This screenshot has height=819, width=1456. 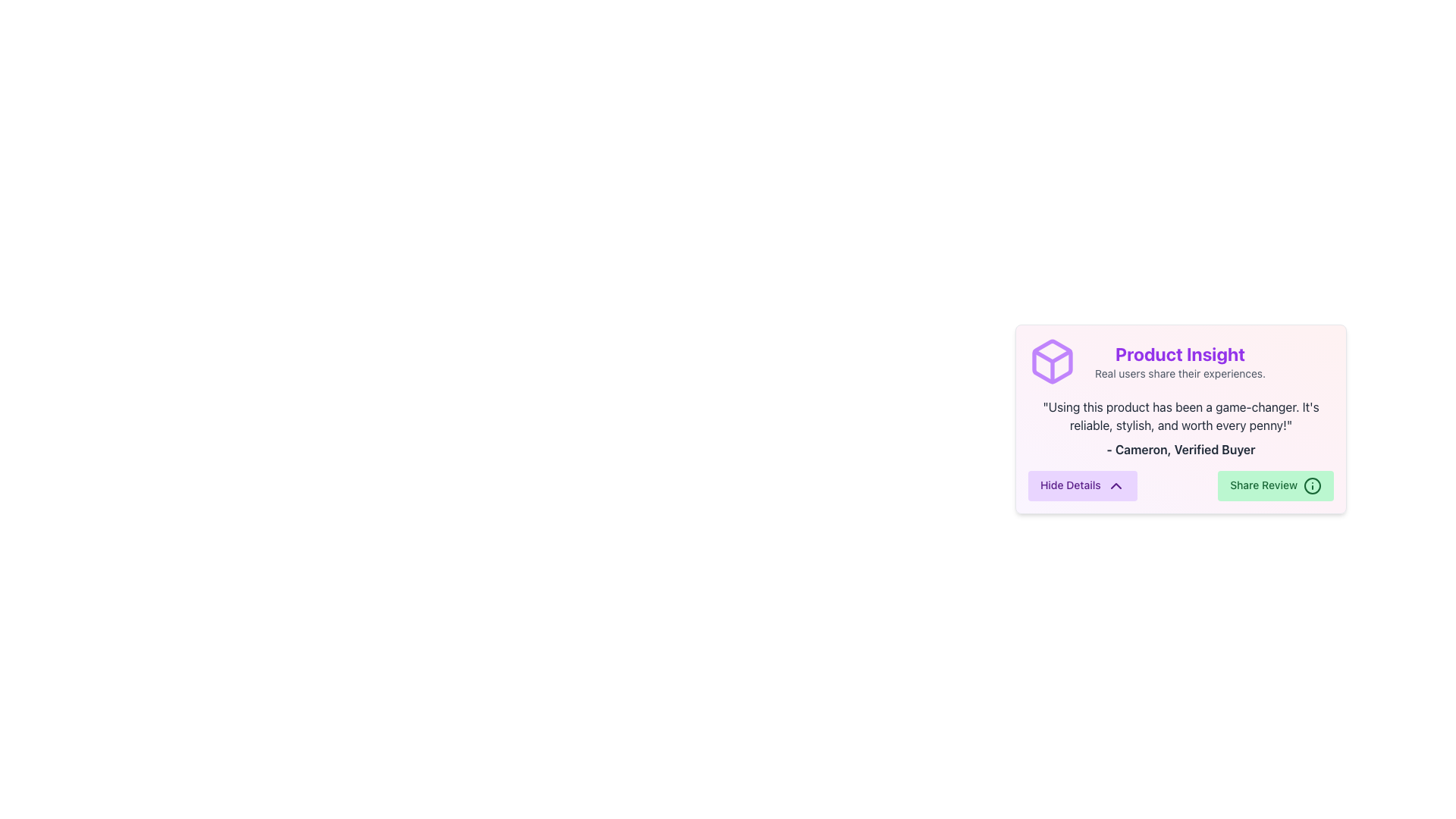 I want to click on Header Component featuring a purple icon and the text 'Product Insight' with the description 'Real users share their experiences.', so click(x=1180, y=362).